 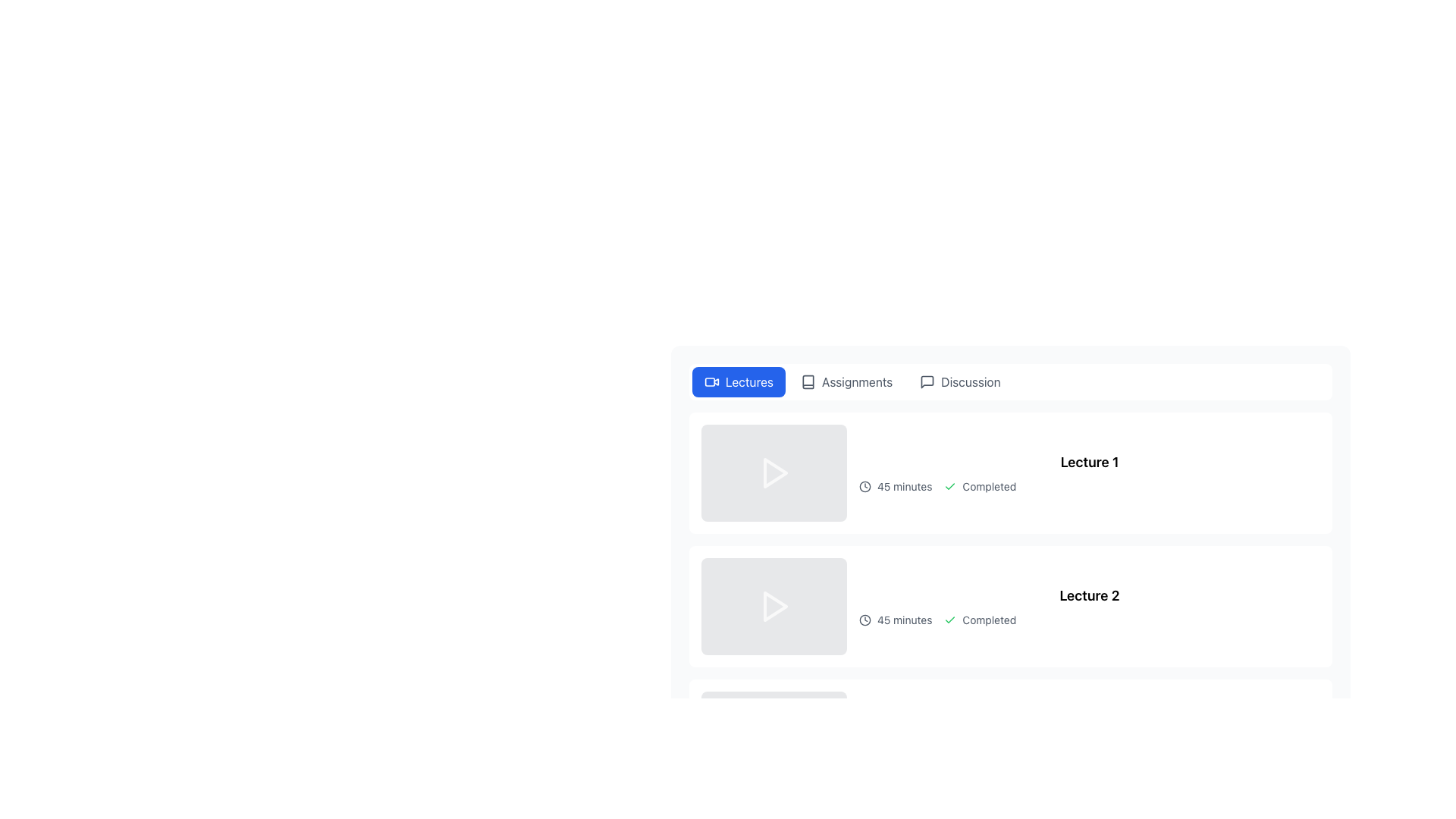 What do you see at coordinates (1088, 595) in the screenshot?
I see `the Text label that serves as the title for the second lecture entry, positioned below 'Lecture 1'` at bounding box center [1088, 595].